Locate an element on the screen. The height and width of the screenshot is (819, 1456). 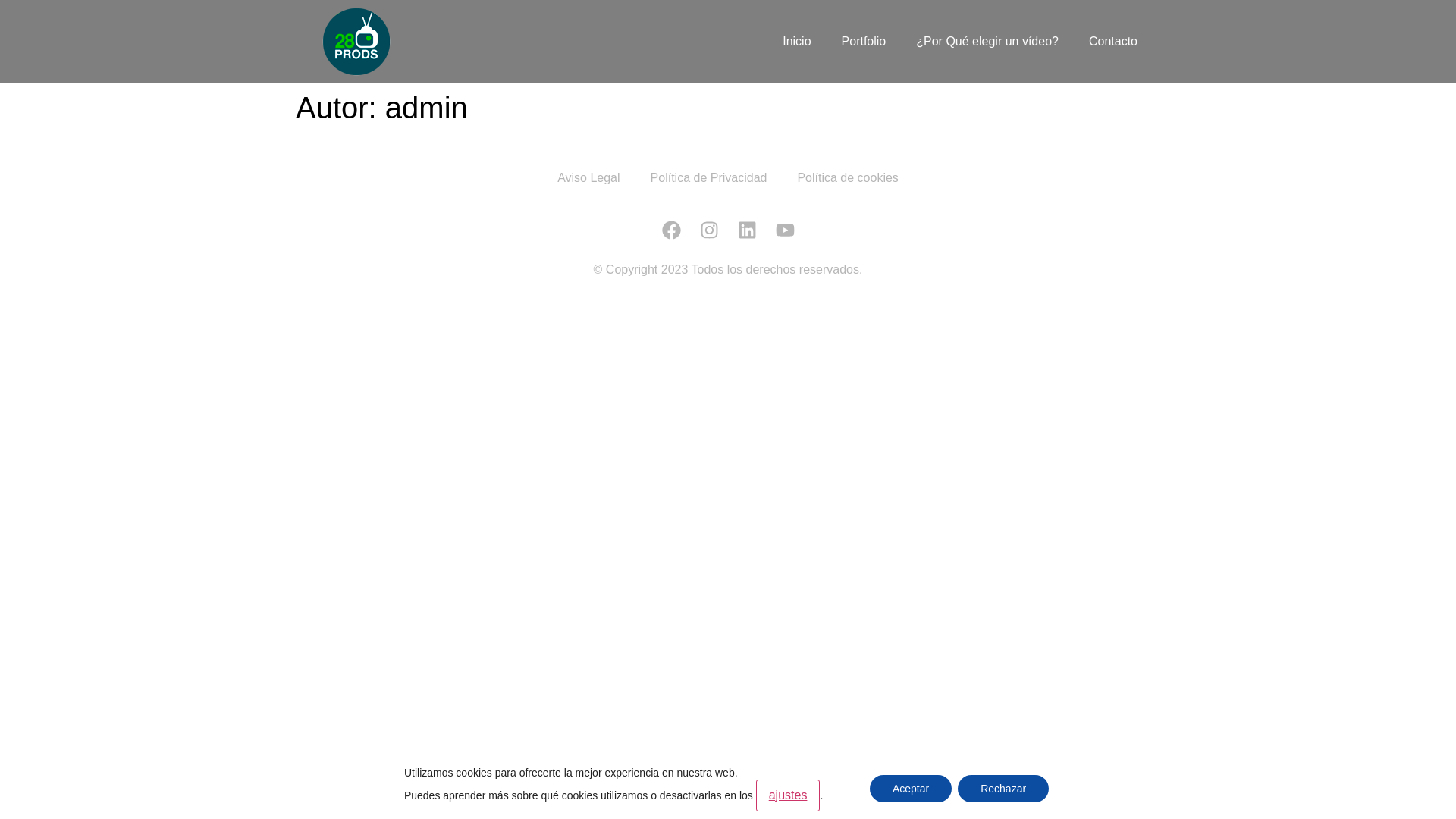
'Aceptar' is located at coordinates (910, 788).